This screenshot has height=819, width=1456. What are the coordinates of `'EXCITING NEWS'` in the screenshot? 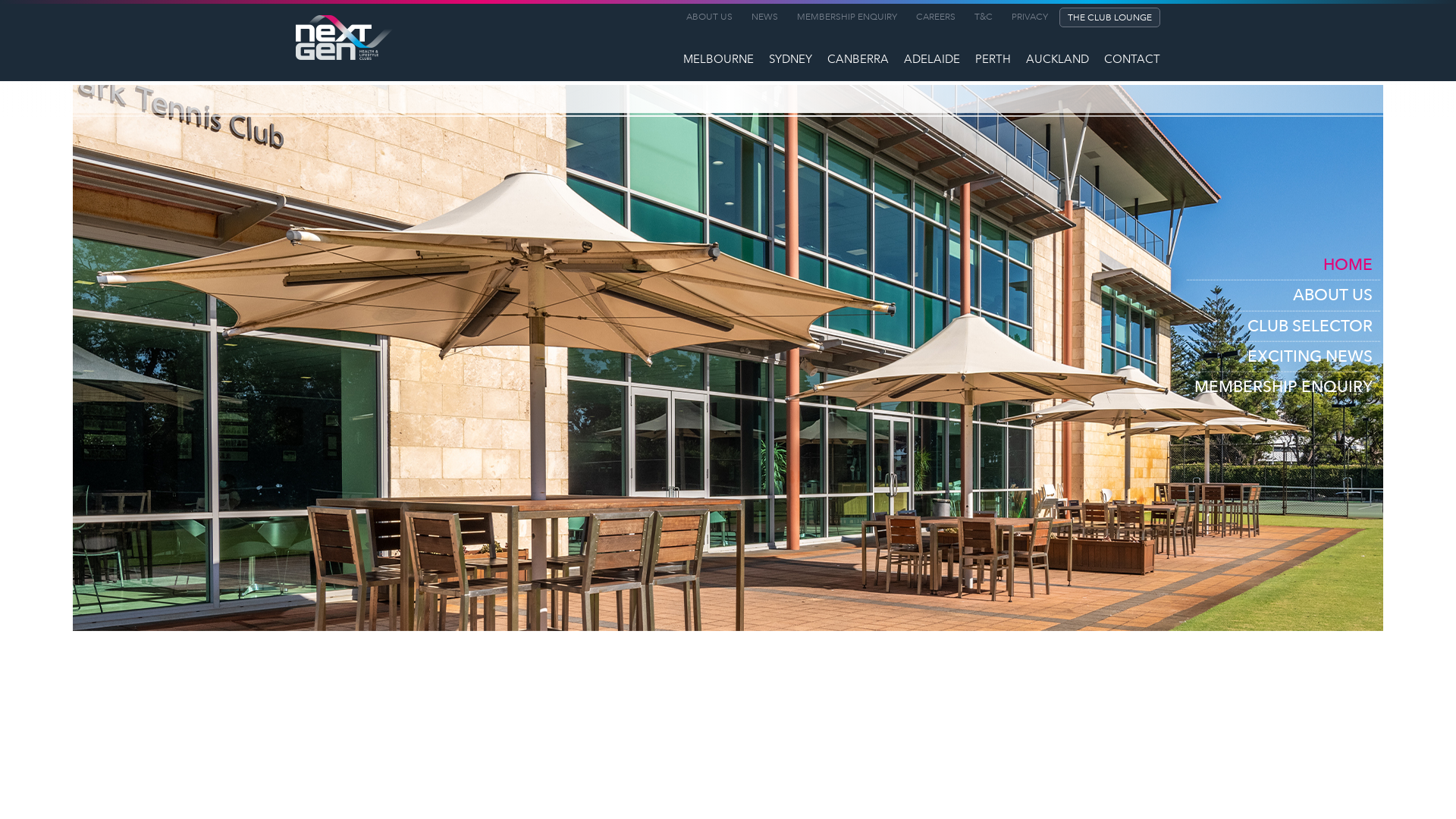 It's located at (1282, 356).